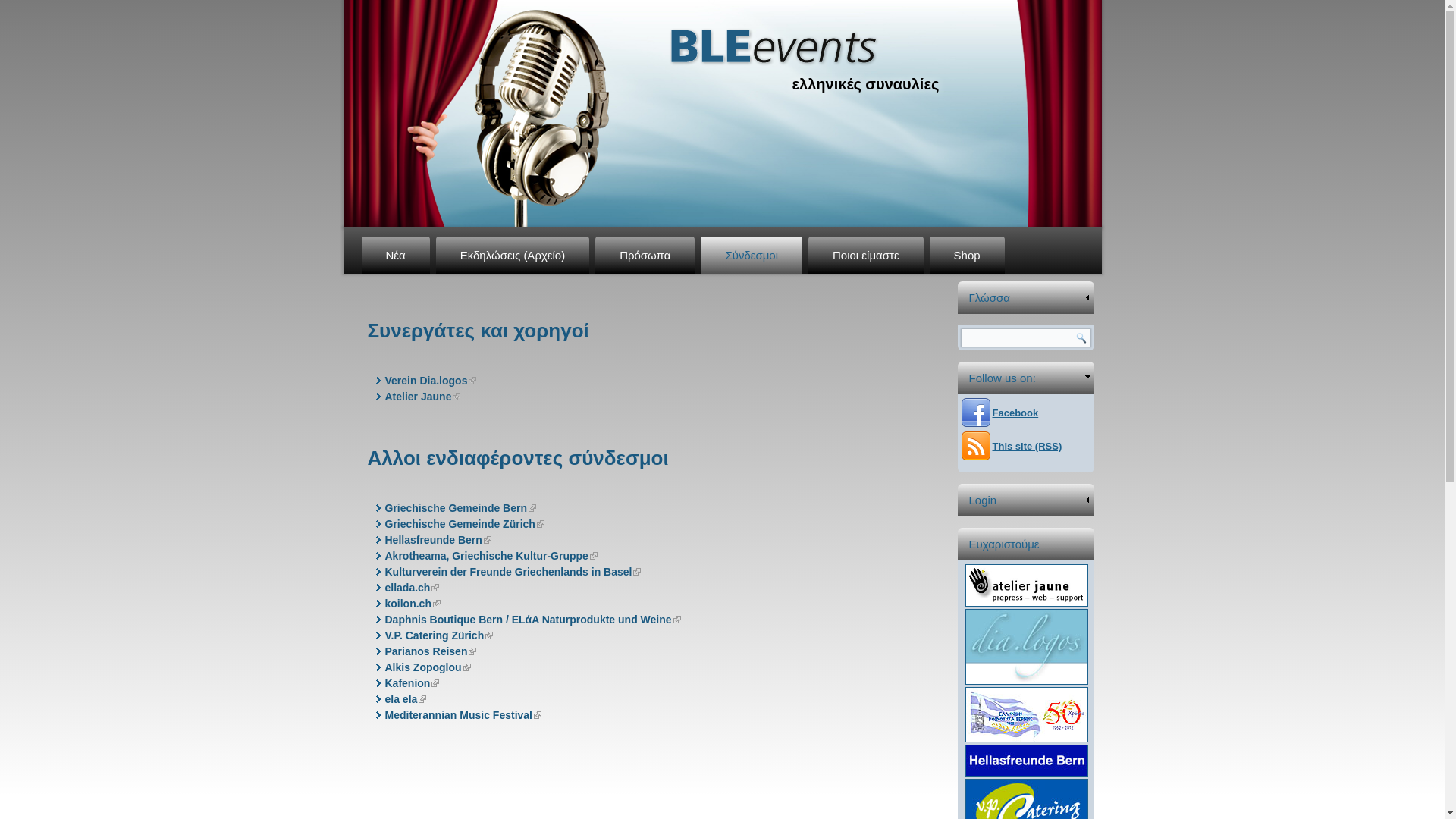 The width and height of the screenshot is (1456, 819). What do you see at coordinates (430, 651) in the screenshot?
I see `'Parianos Reisen` at bounding box center [430, 651].